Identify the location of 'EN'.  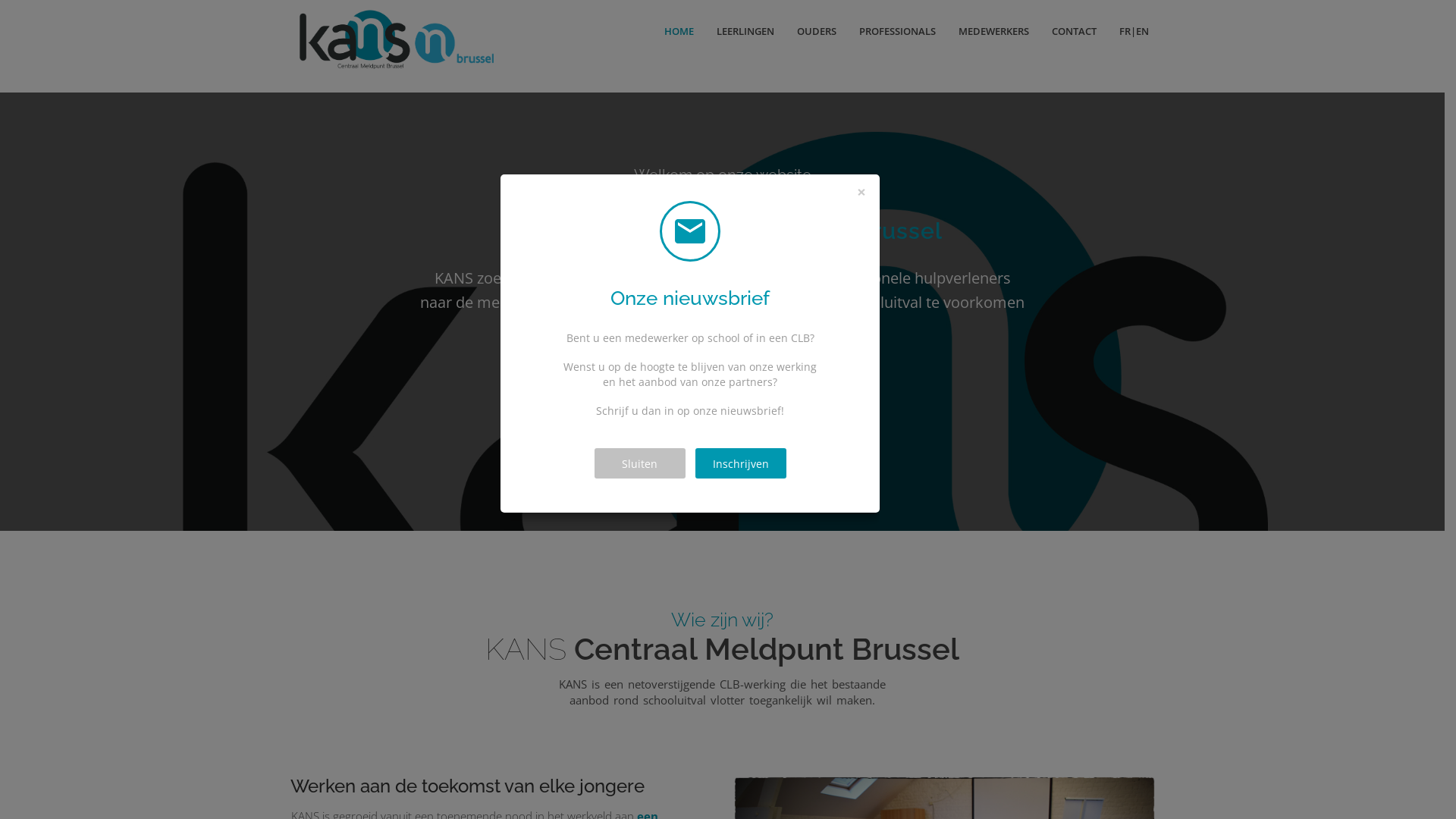
(1147, 31).